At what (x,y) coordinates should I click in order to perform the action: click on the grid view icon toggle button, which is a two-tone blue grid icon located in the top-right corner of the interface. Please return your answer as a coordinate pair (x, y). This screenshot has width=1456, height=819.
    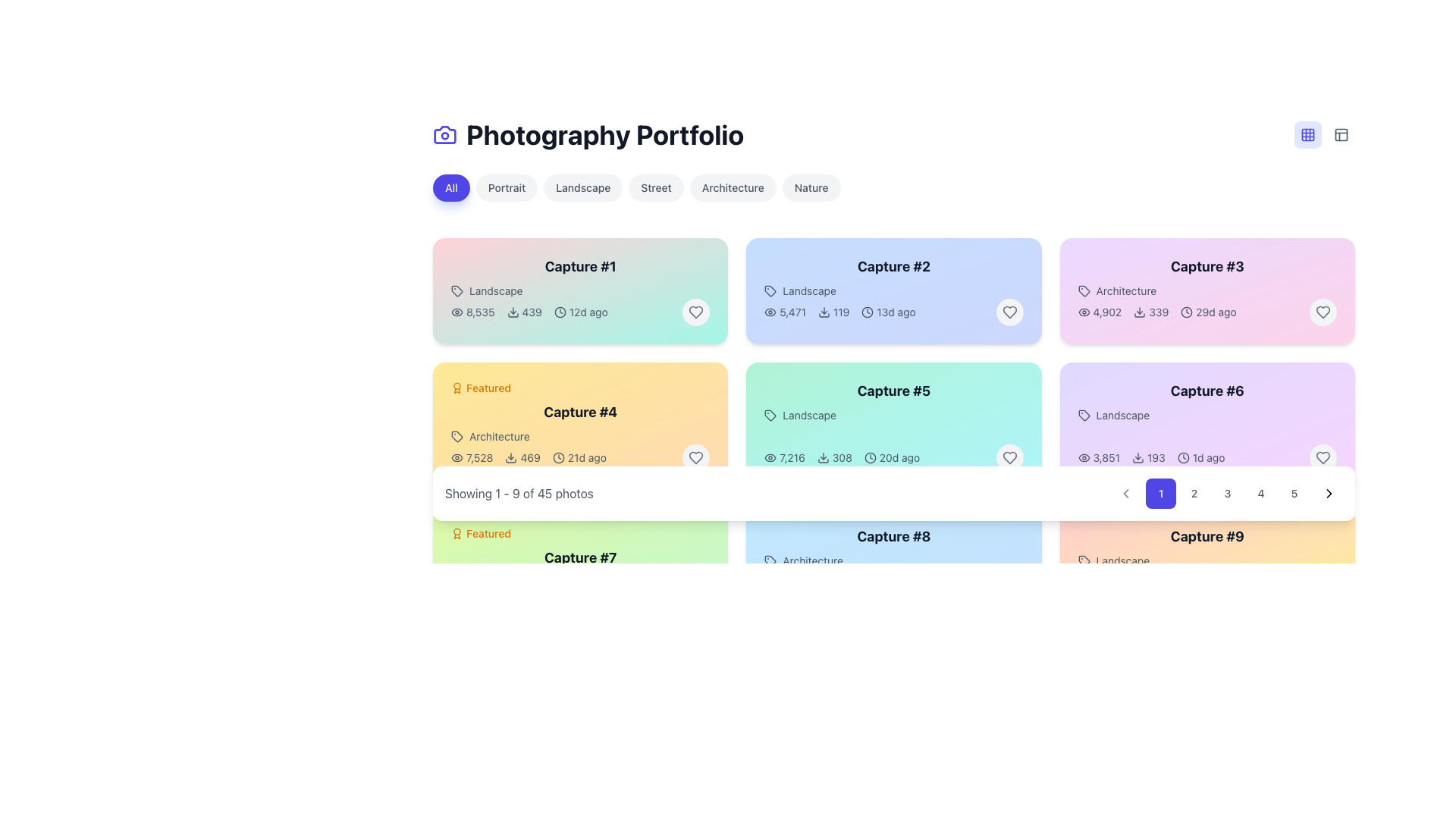
    Looking at the image, I should click on (1307, 133).